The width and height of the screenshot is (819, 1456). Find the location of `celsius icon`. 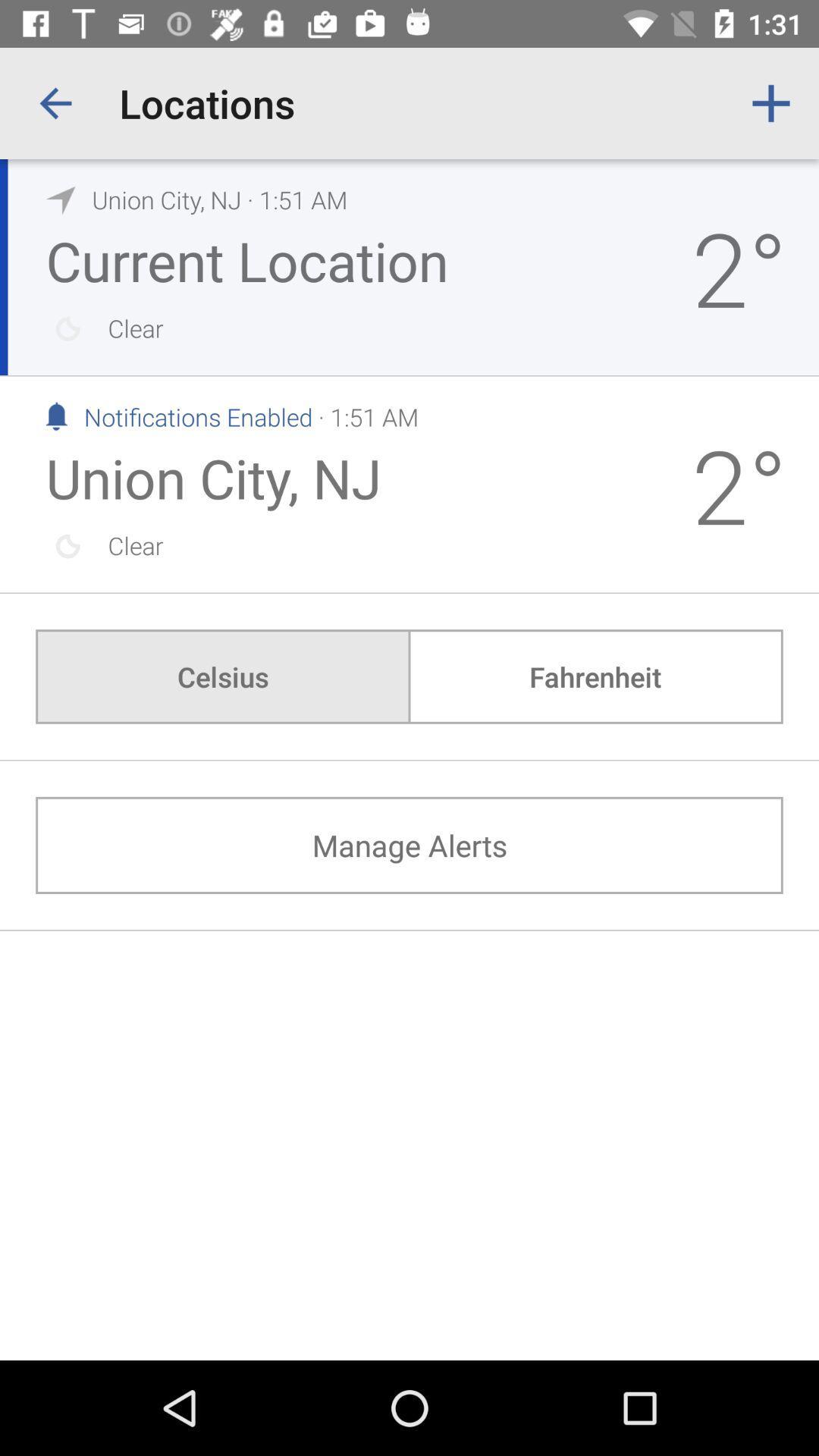

celsius icon is located at coordinates (223, 676).